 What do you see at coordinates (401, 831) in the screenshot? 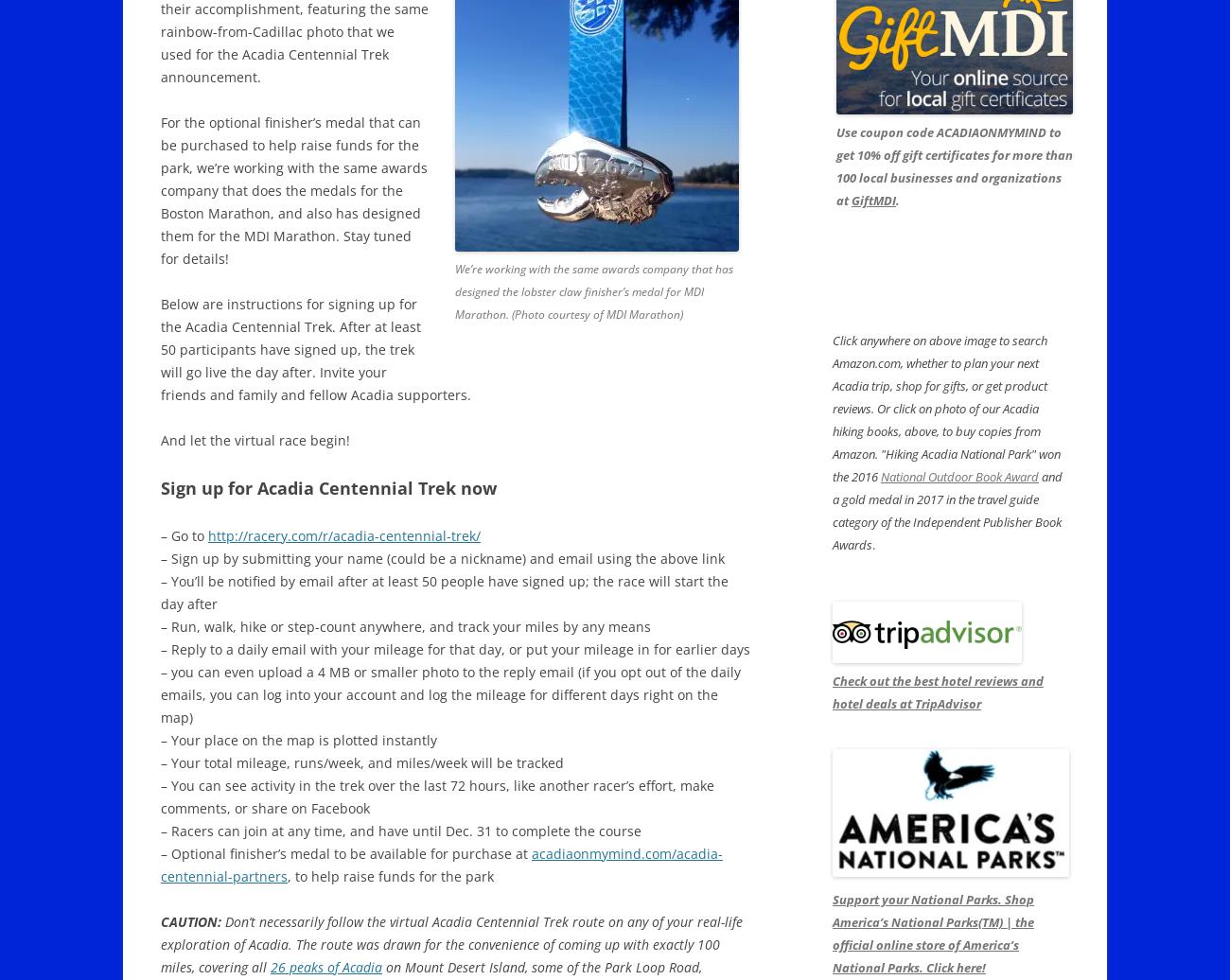
I see `'– Racers can join at any time, and have until Dec. 31 to complete the course'` at bounding box center [401, 831].